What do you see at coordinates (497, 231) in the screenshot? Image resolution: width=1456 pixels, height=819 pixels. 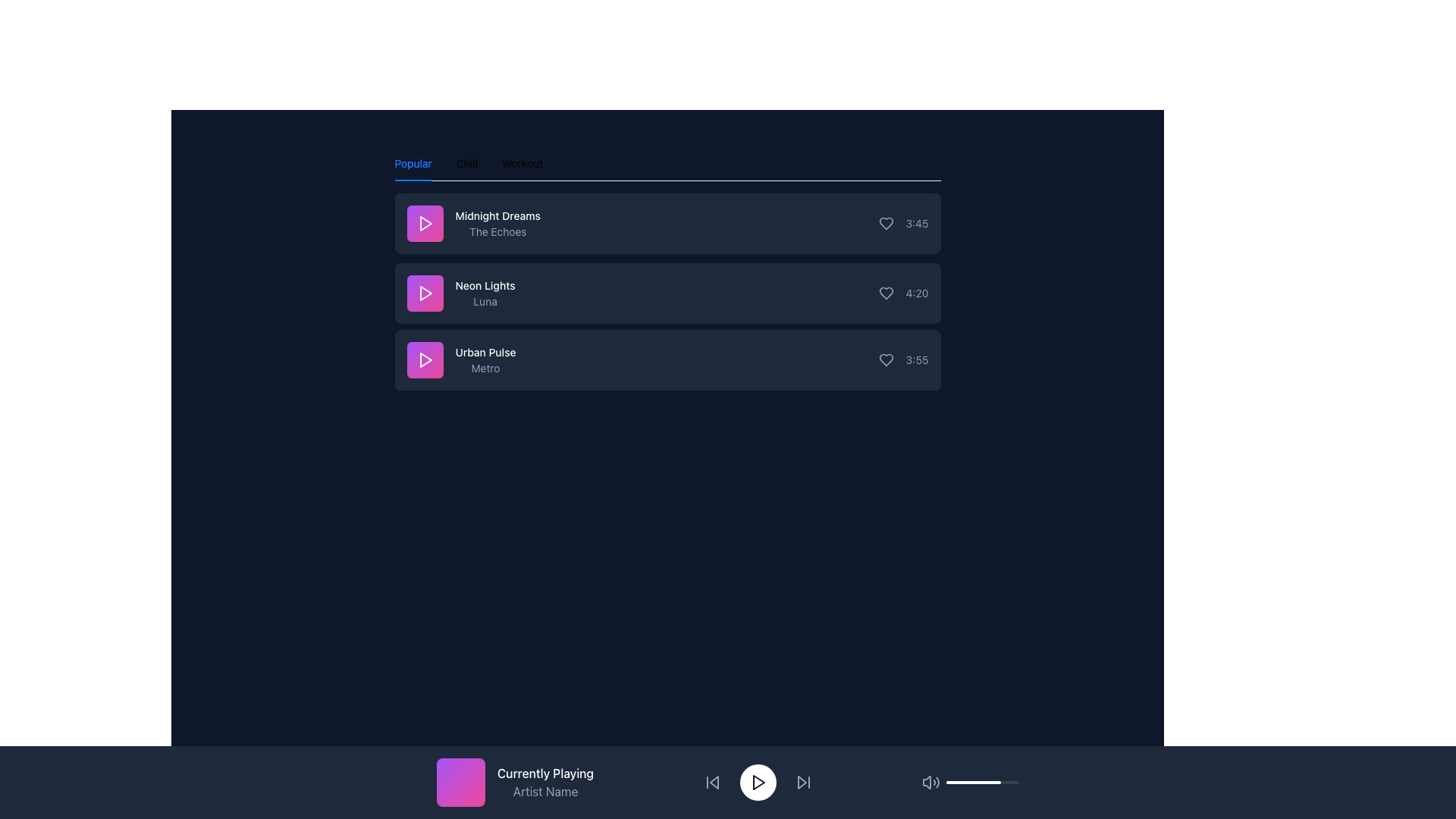 I see `the Text Label that displays the subtitle or associated information for the list item 'Midnight Dreams', which is centrally aligned below the text 'Midnight Dreams' in the first item of the 'Popular' list category` at bounding box center [497, 231].